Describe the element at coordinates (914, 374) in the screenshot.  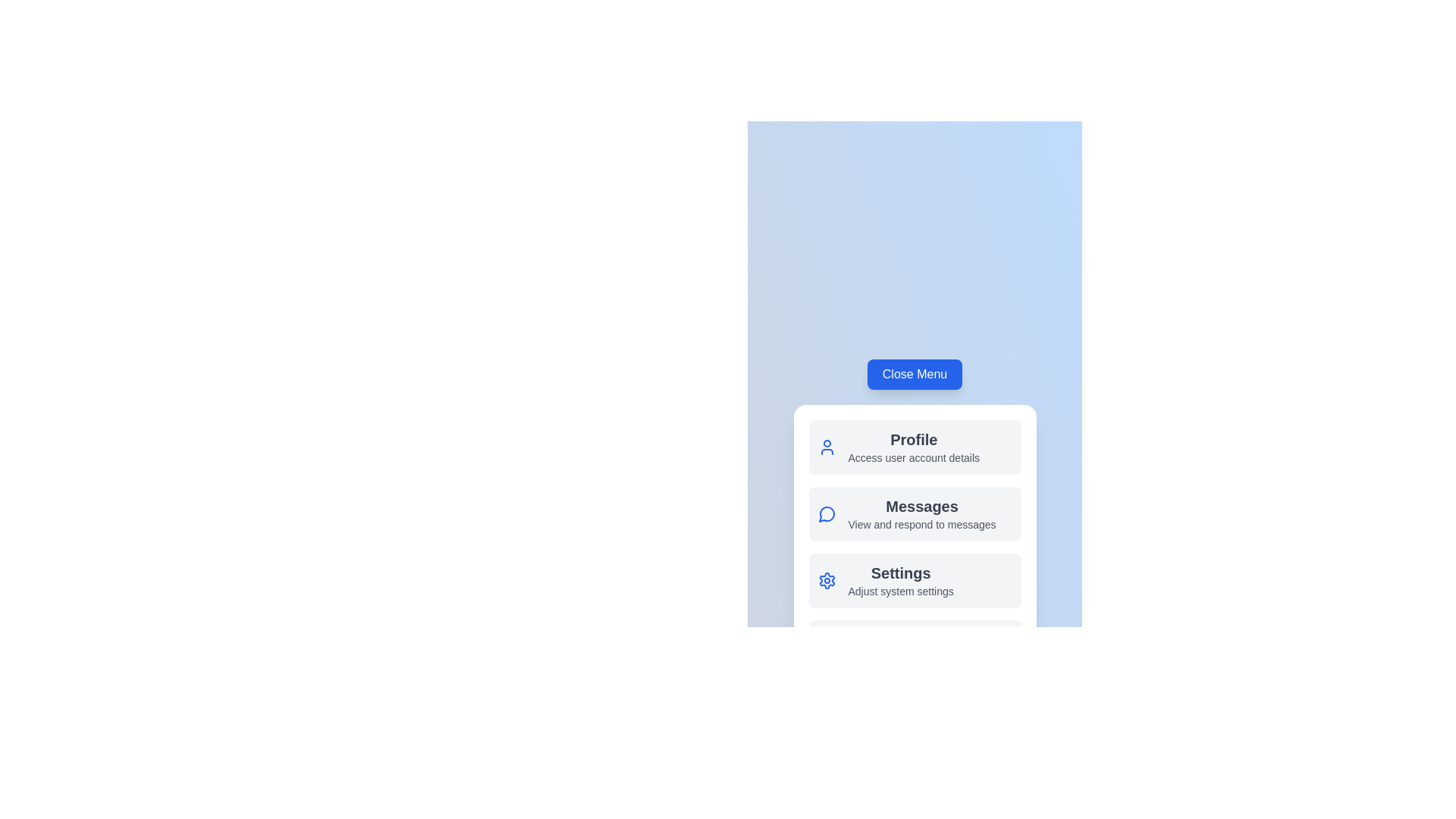
I see `'Close Menu' button to toggle the menu visibility` at that location.